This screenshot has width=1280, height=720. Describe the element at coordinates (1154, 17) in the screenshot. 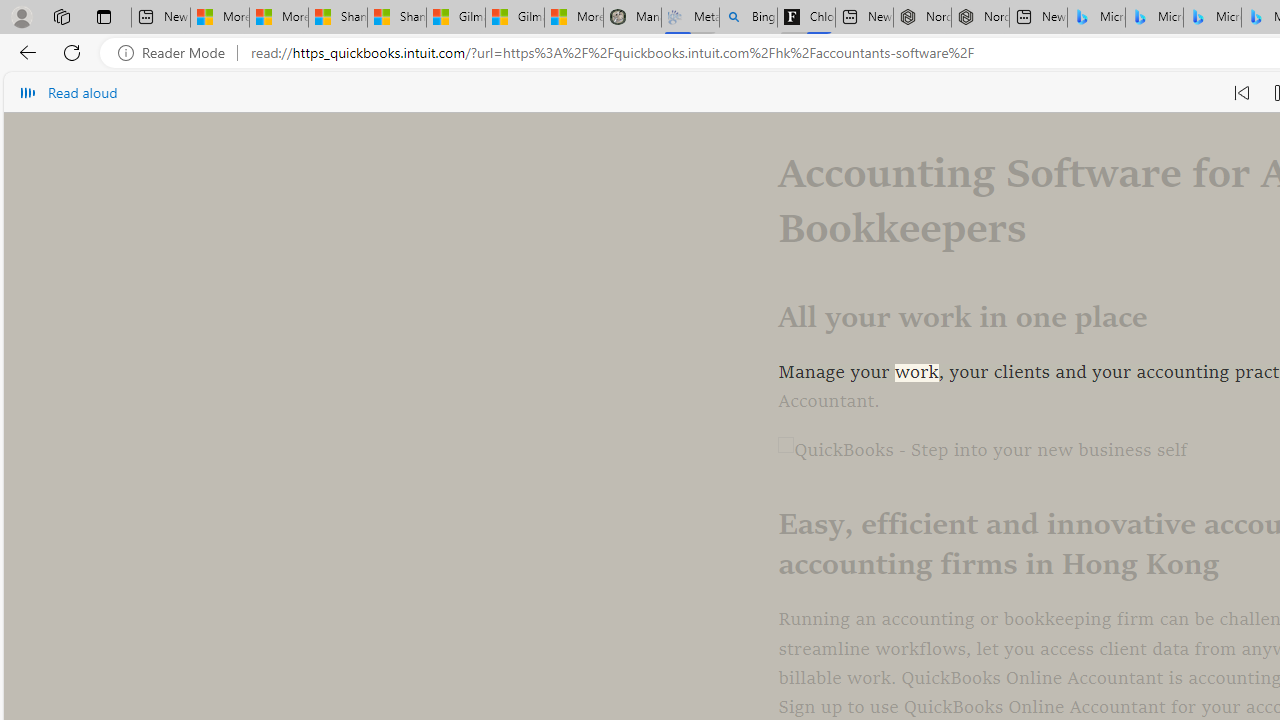

I see `'Microsoft Bing Travel - Stays in Bangkok, Bangkok, Thailand'` at that location.